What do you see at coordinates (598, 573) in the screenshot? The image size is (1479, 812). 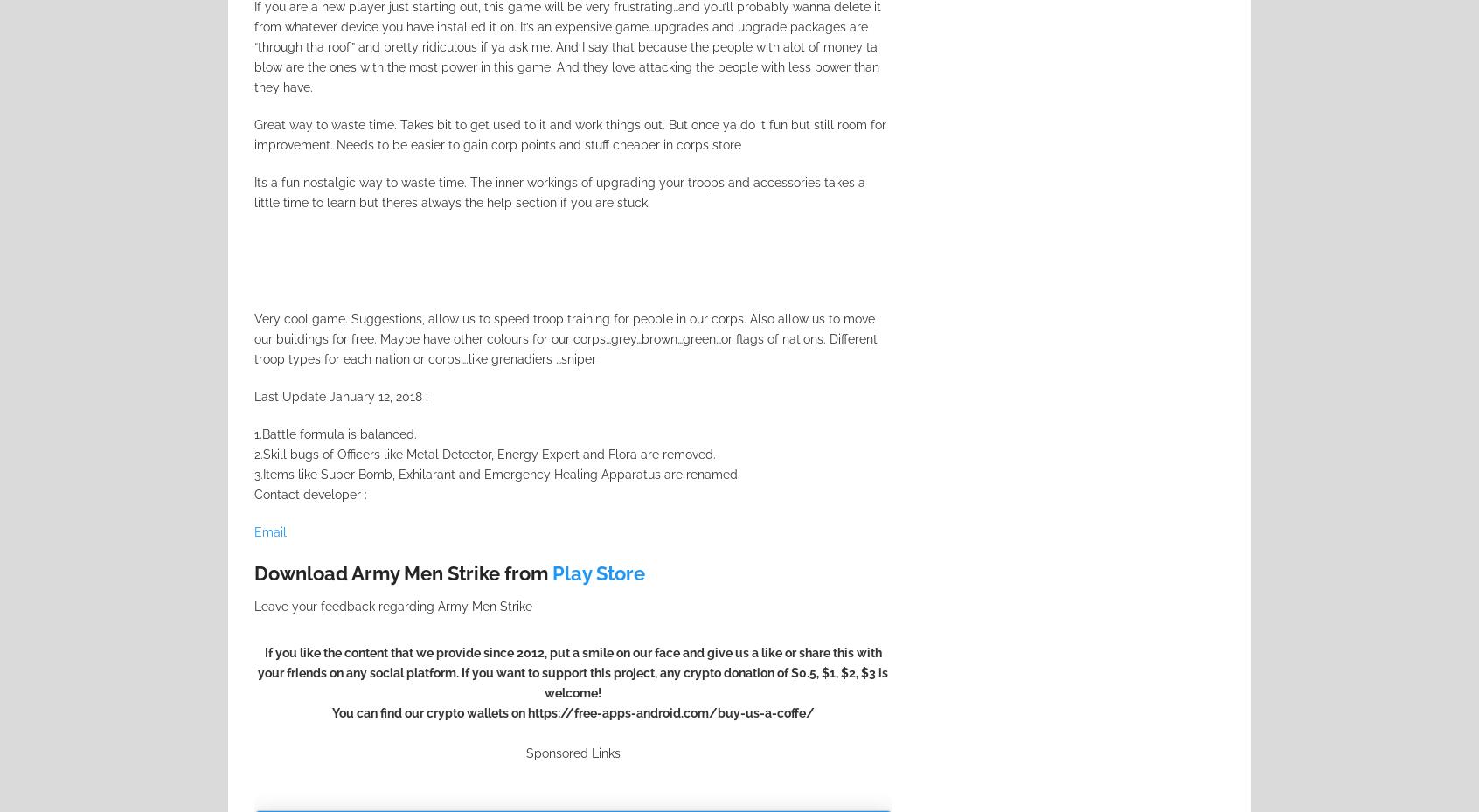 I see `'Play Store'` at bounding box center [598, 573].